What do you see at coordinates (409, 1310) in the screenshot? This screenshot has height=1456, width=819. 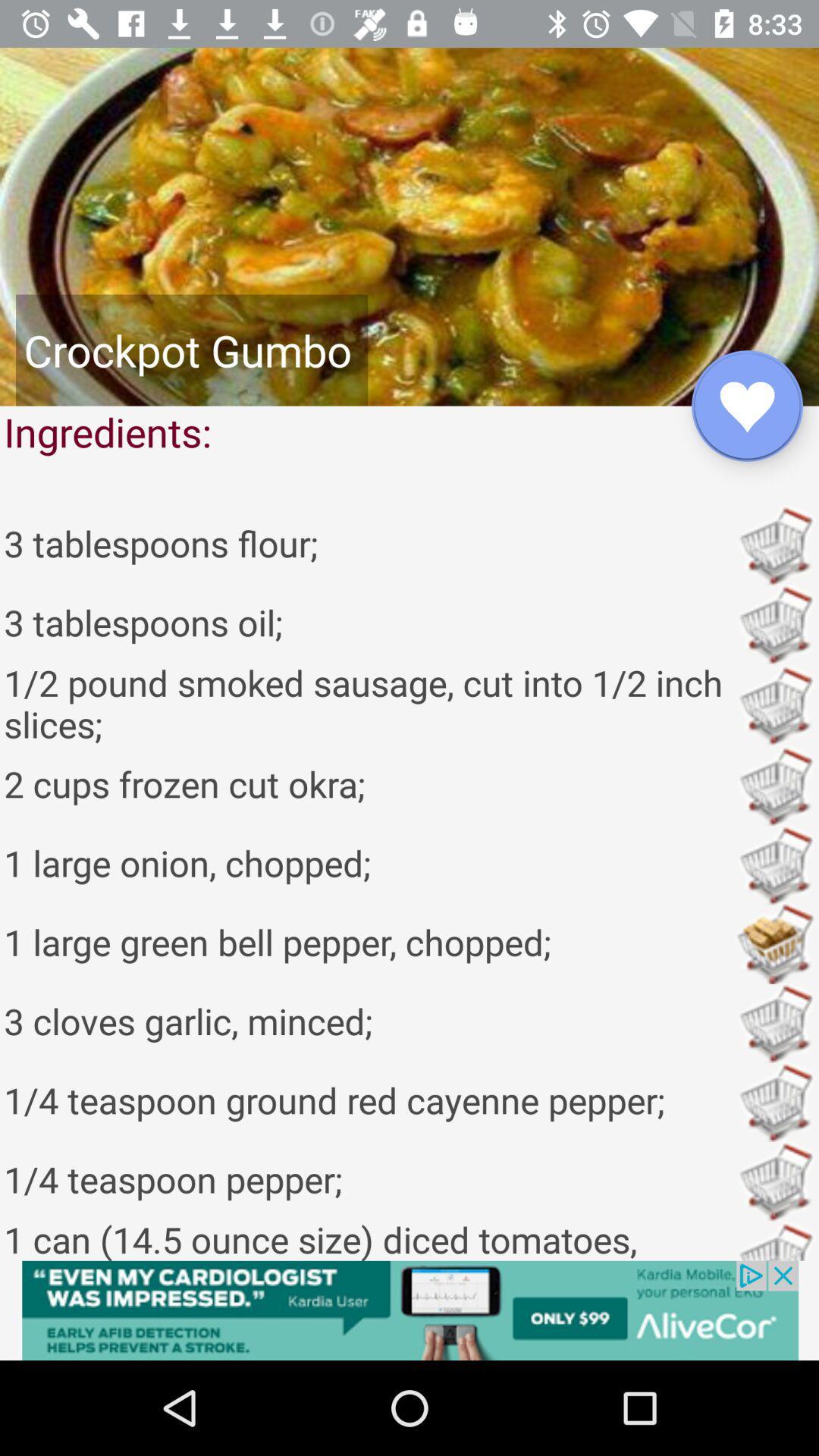 I see `advertisement` at bounding box center [409, 1310].